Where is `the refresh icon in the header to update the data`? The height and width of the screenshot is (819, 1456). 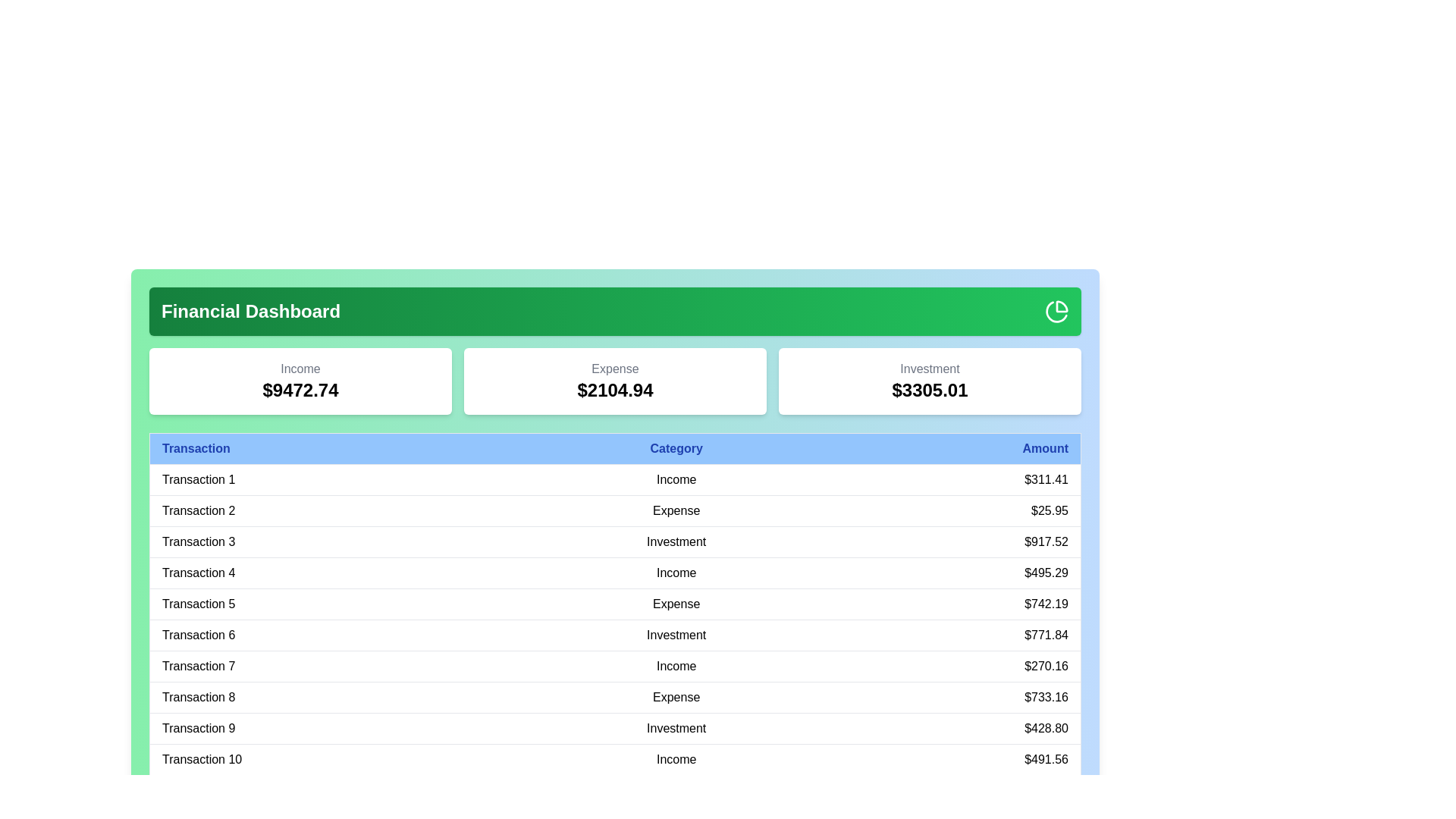 the refresh icon in the header to update the data is located at coordinates (1056, 311).